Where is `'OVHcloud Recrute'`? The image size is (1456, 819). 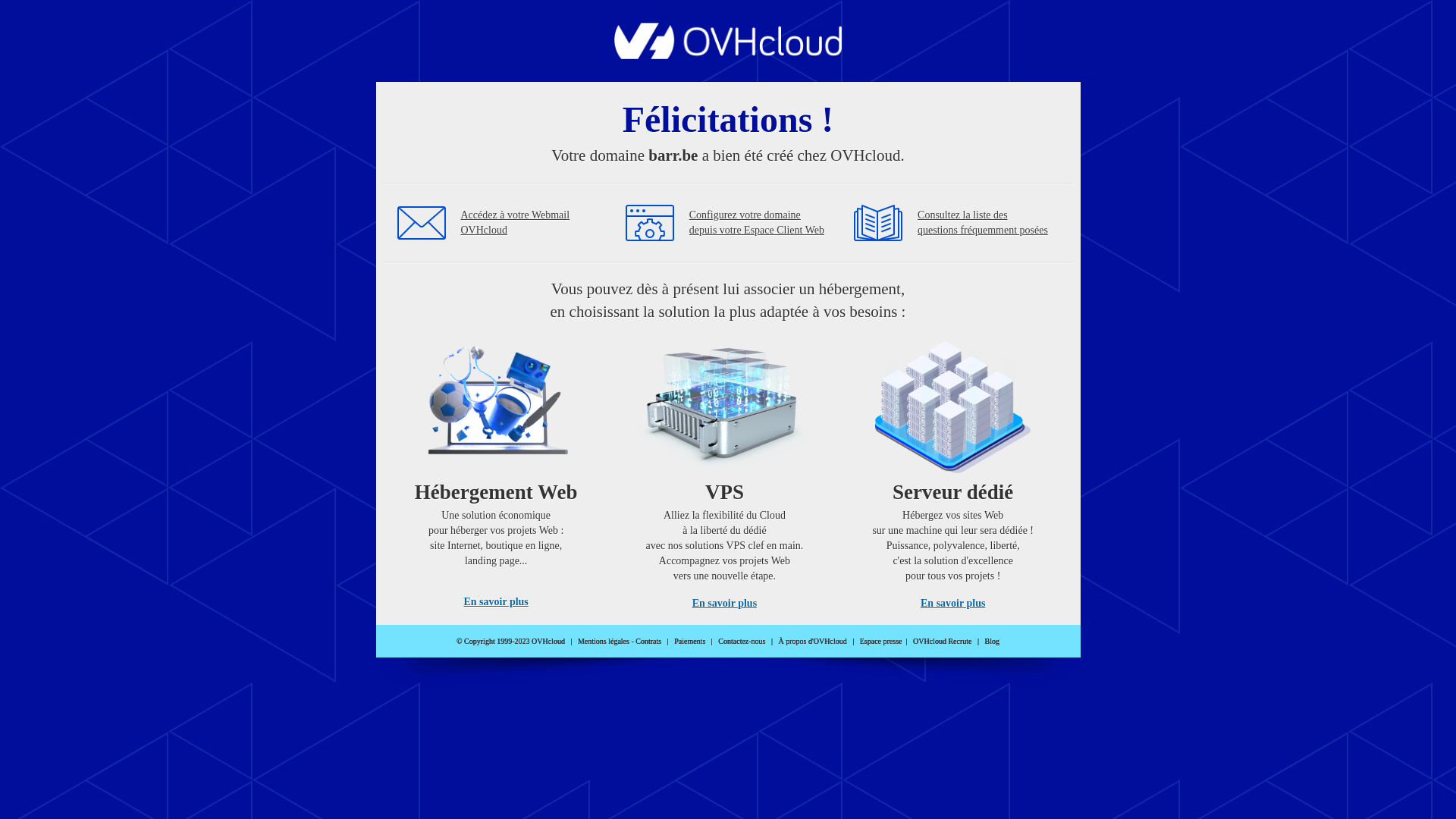
'OVHcloud Recrute' is located at coordinates (941, 641).